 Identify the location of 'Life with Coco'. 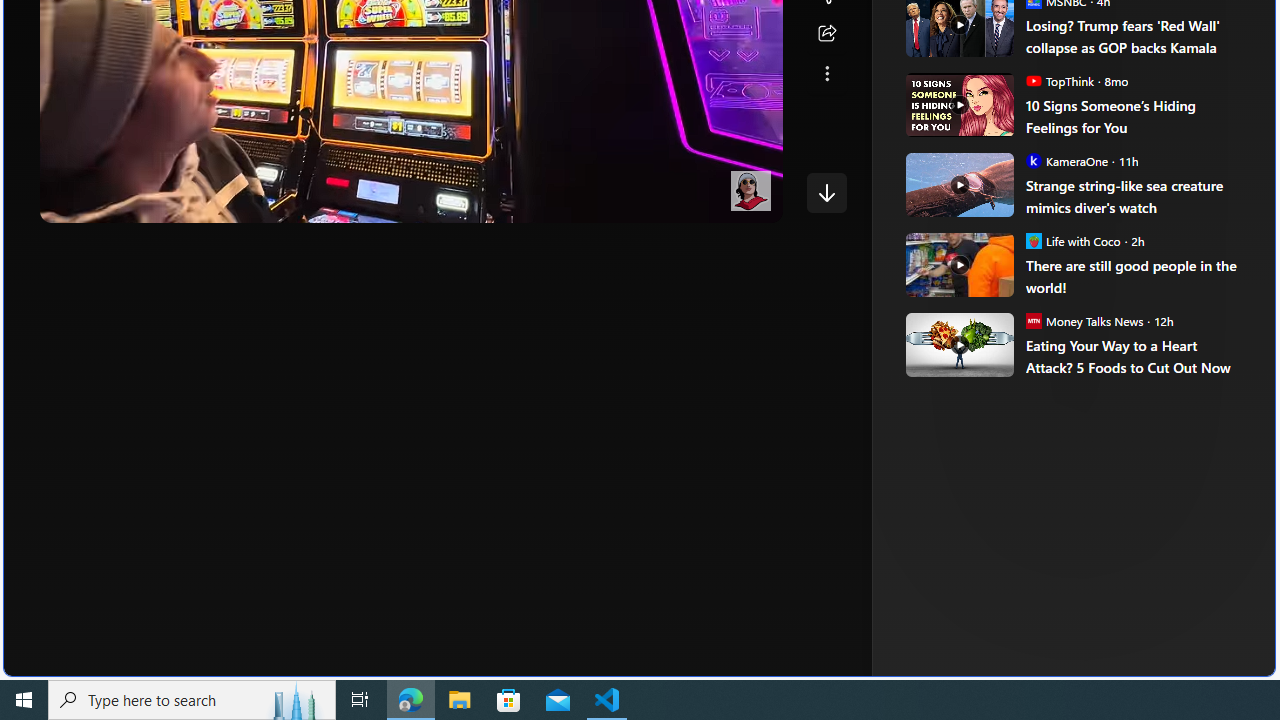
(1033, 239).